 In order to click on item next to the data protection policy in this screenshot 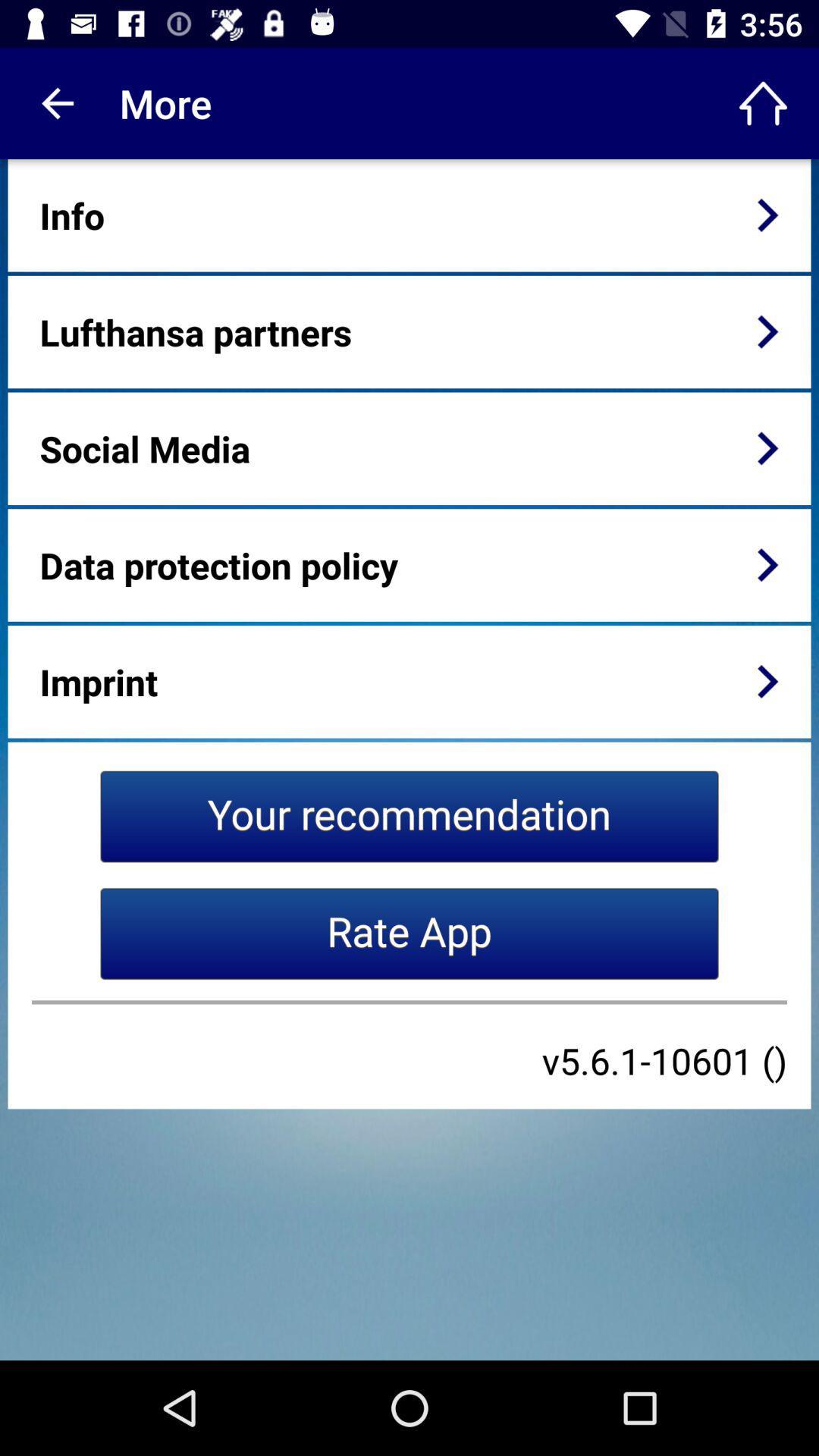, I will do `click(767, 564)`.